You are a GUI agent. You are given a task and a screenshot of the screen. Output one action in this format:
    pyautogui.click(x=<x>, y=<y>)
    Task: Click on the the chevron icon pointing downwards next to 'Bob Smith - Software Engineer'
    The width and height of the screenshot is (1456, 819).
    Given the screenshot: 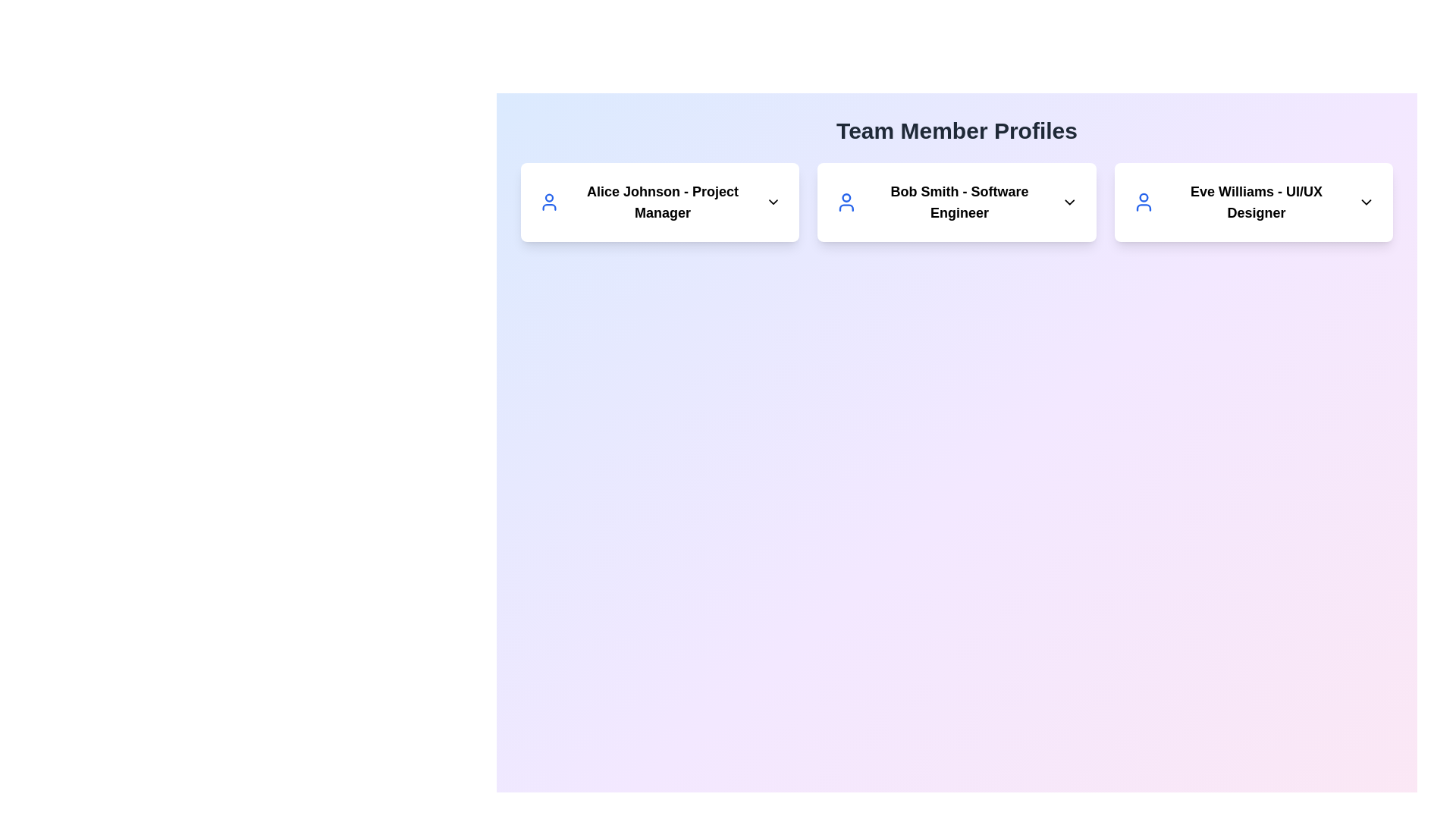 What is the action you would take?
    pyautogui.click(x=1068, y=201)
    